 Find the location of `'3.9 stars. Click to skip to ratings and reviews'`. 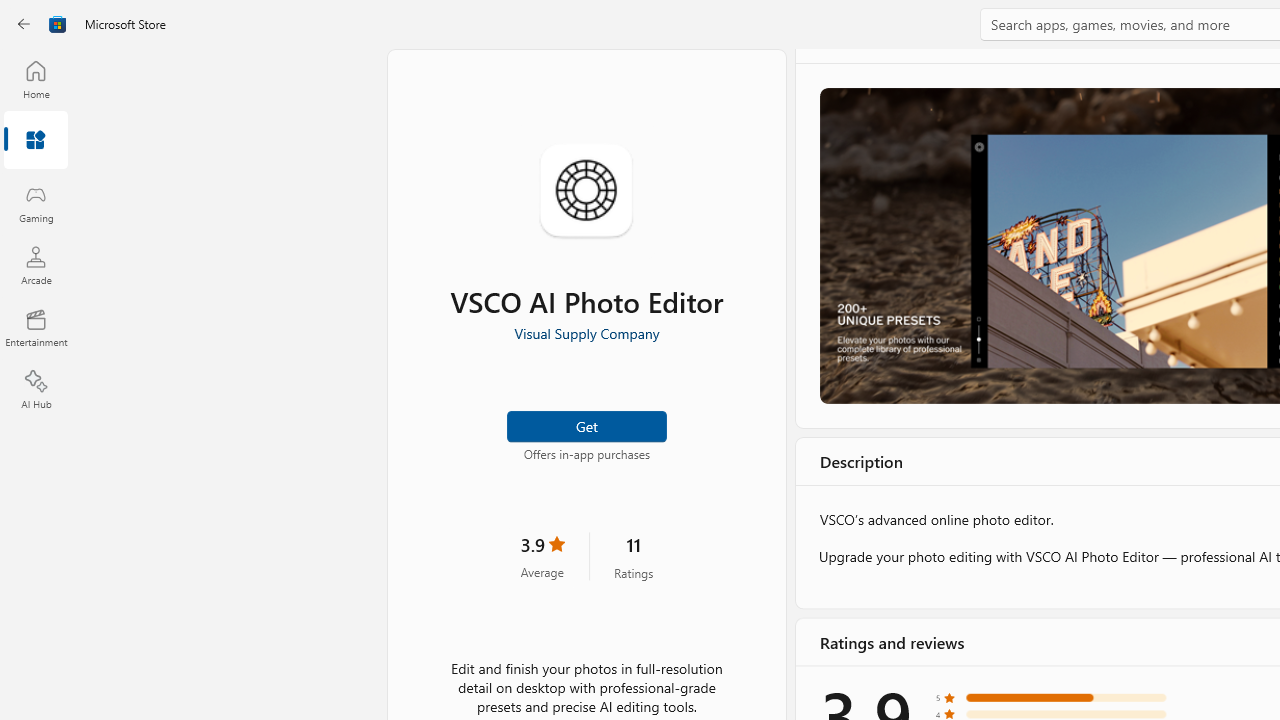

'3.9 stars. Click to skip to ratings and reviews' is located at coordinates (542, 556).